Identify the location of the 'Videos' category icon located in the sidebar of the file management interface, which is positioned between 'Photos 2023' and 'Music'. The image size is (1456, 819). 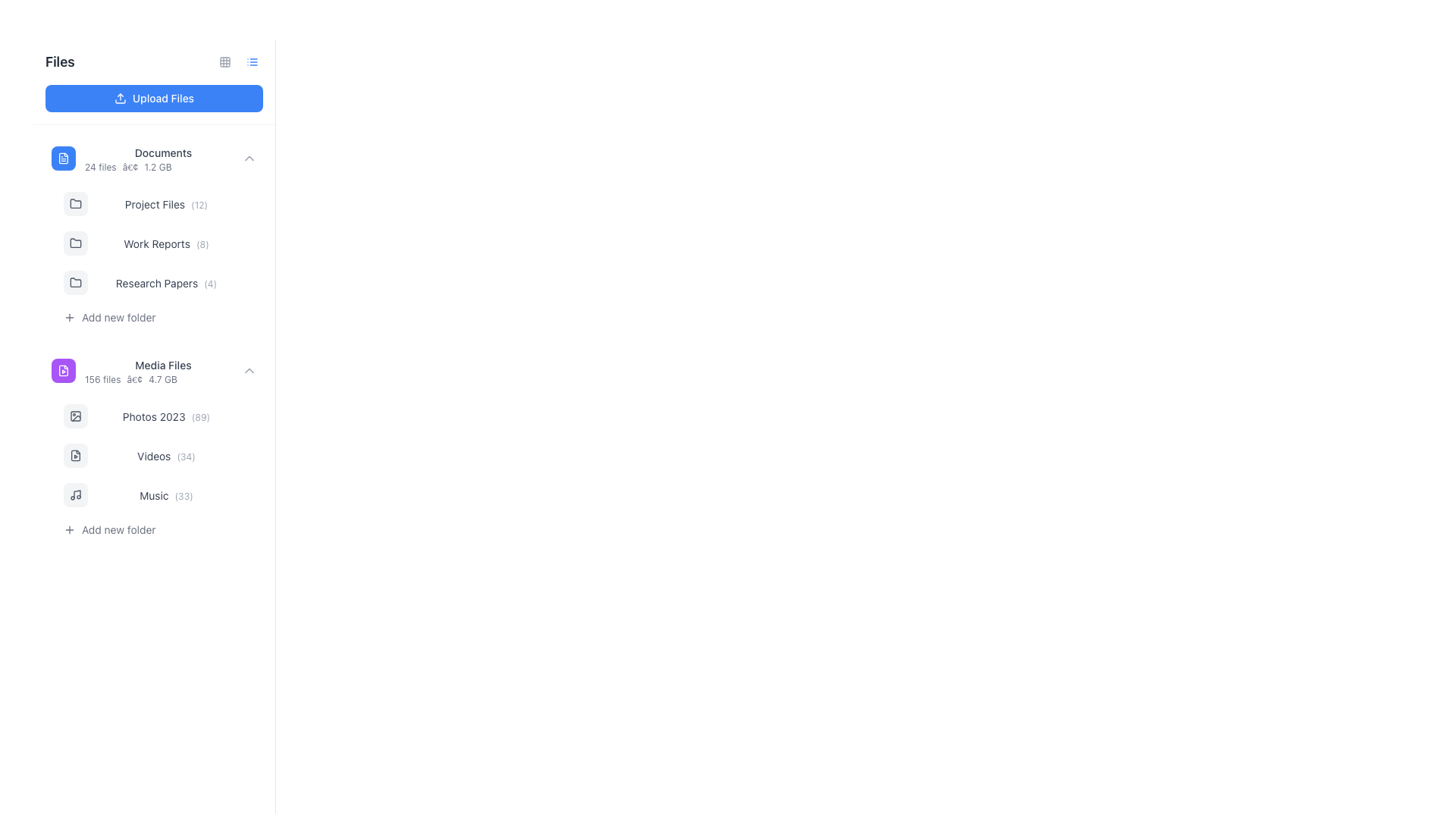
(75, 455).